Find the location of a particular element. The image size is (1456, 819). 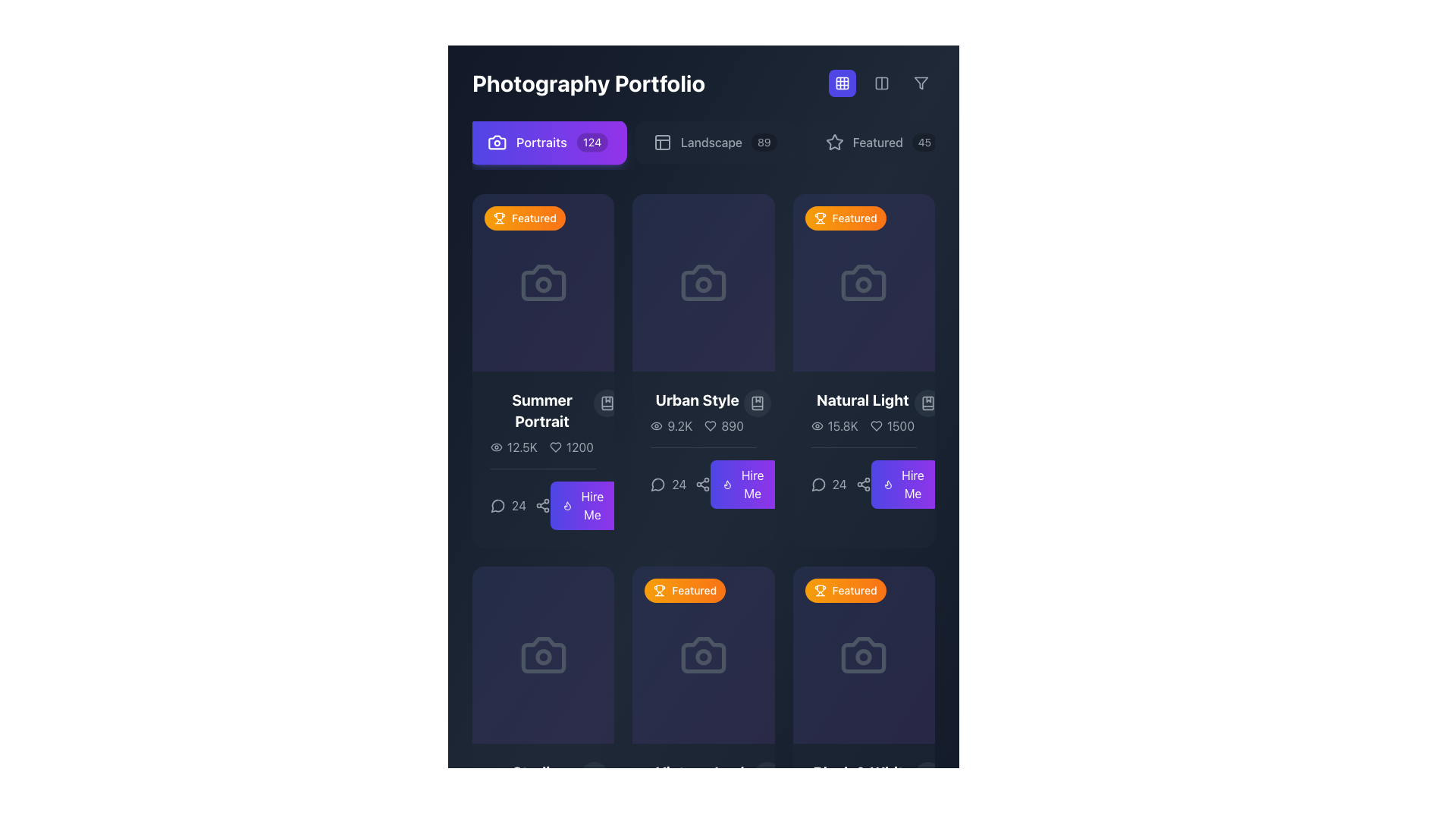

the elliptical shape that is part of the eye icon representation, centrally located within the eye icon component in the upper-right section of the interface is located at coordinates (657, 426).